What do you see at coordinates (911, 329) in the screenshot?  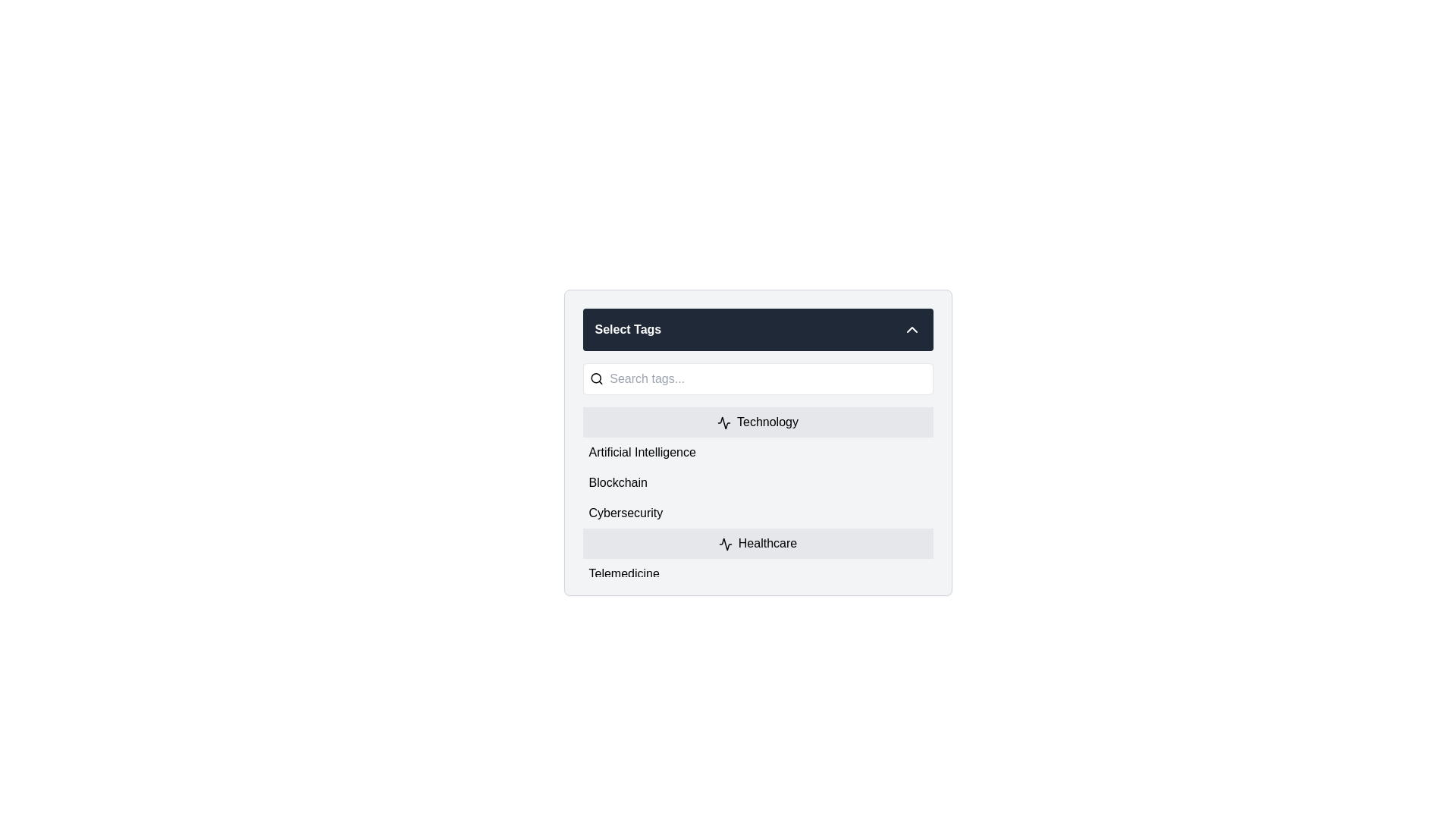 I see `the toggle icon located to the far right of the 'Select Tags' header` at bounding box center [911, 329].